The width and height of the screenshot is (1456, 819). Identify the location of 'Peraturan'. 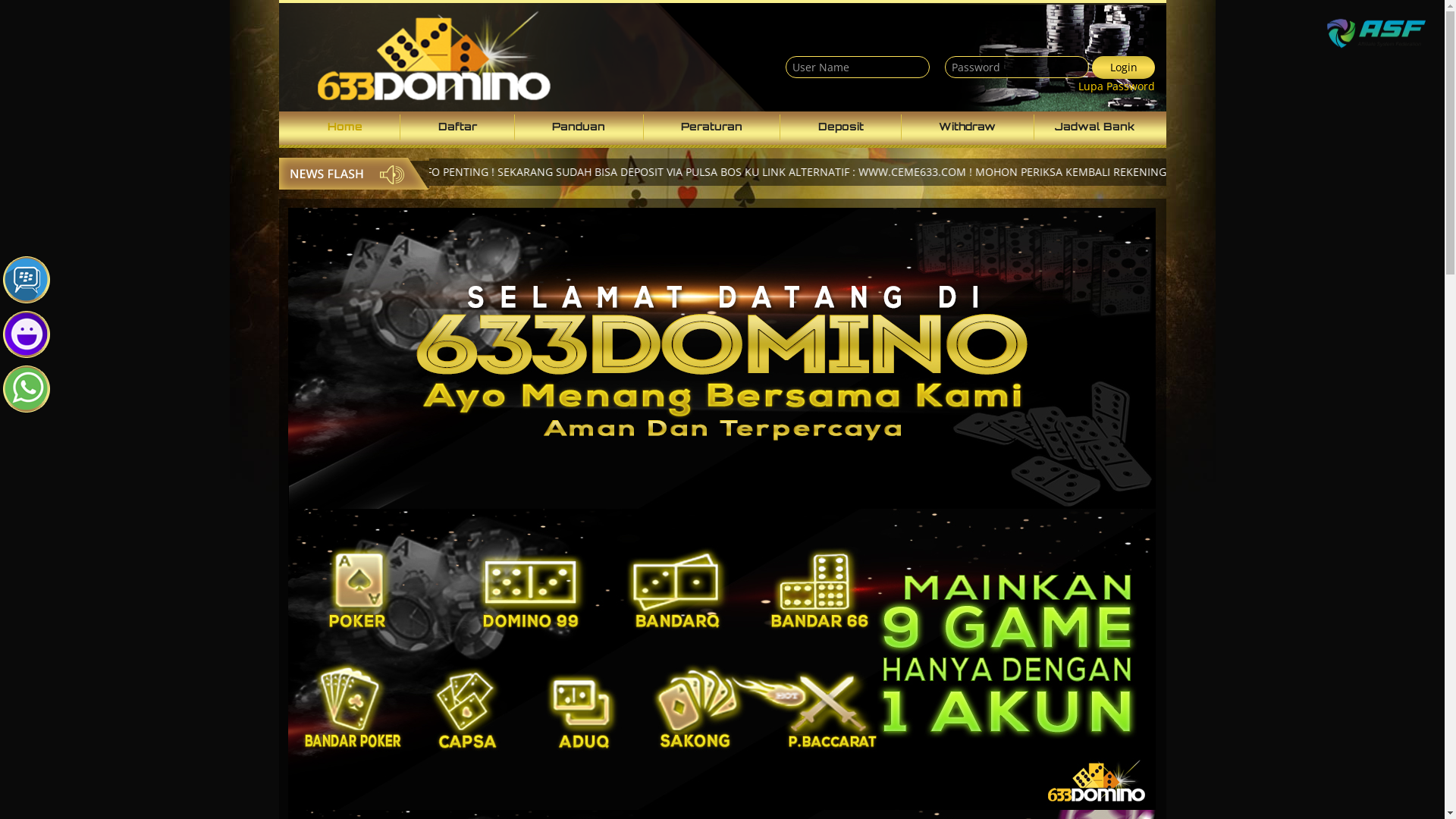
(644, 127).